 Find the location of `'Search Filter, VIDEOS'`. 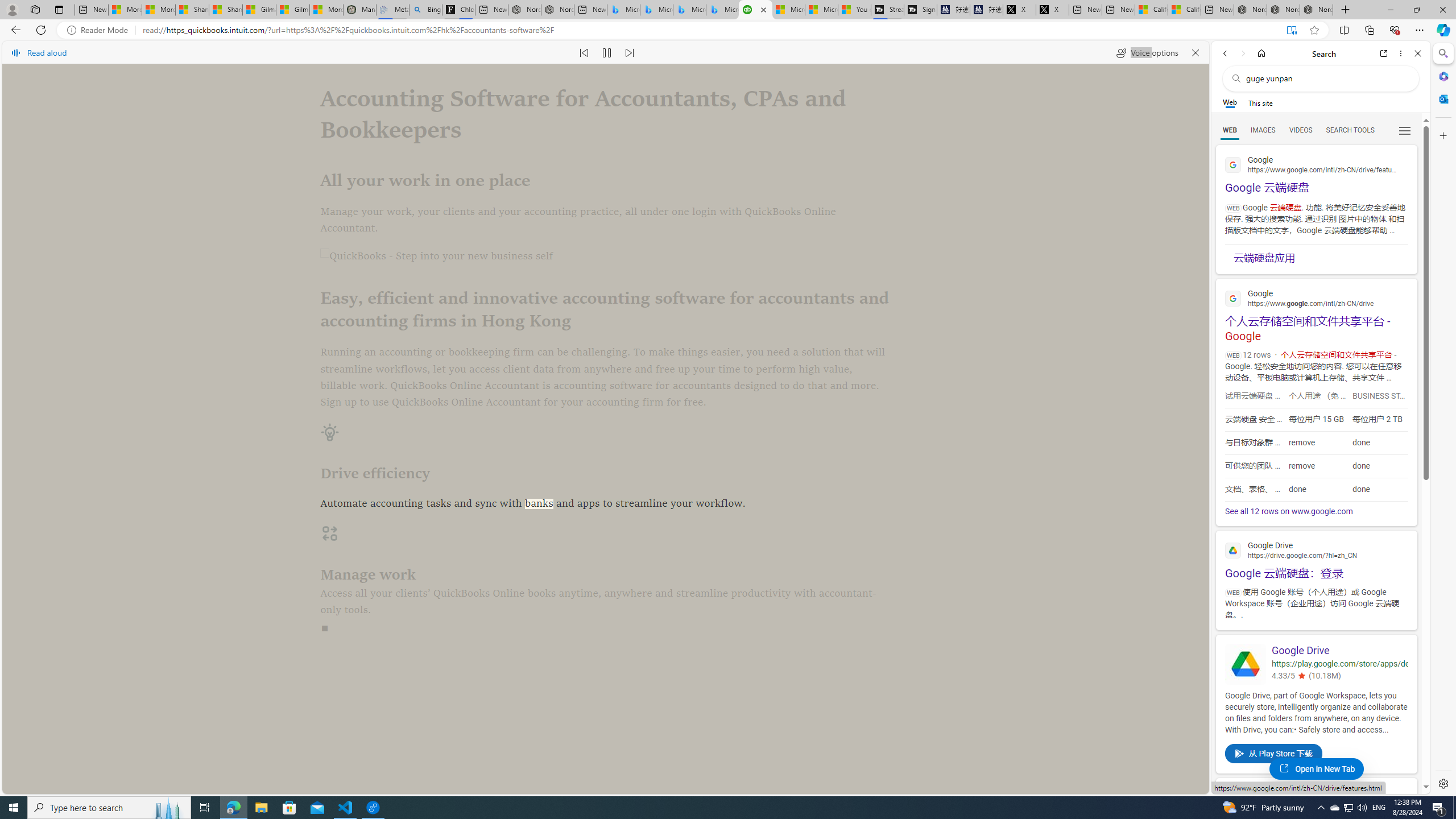

'Search Filter, VIDEOS' is located at coordinates (1300, 129).